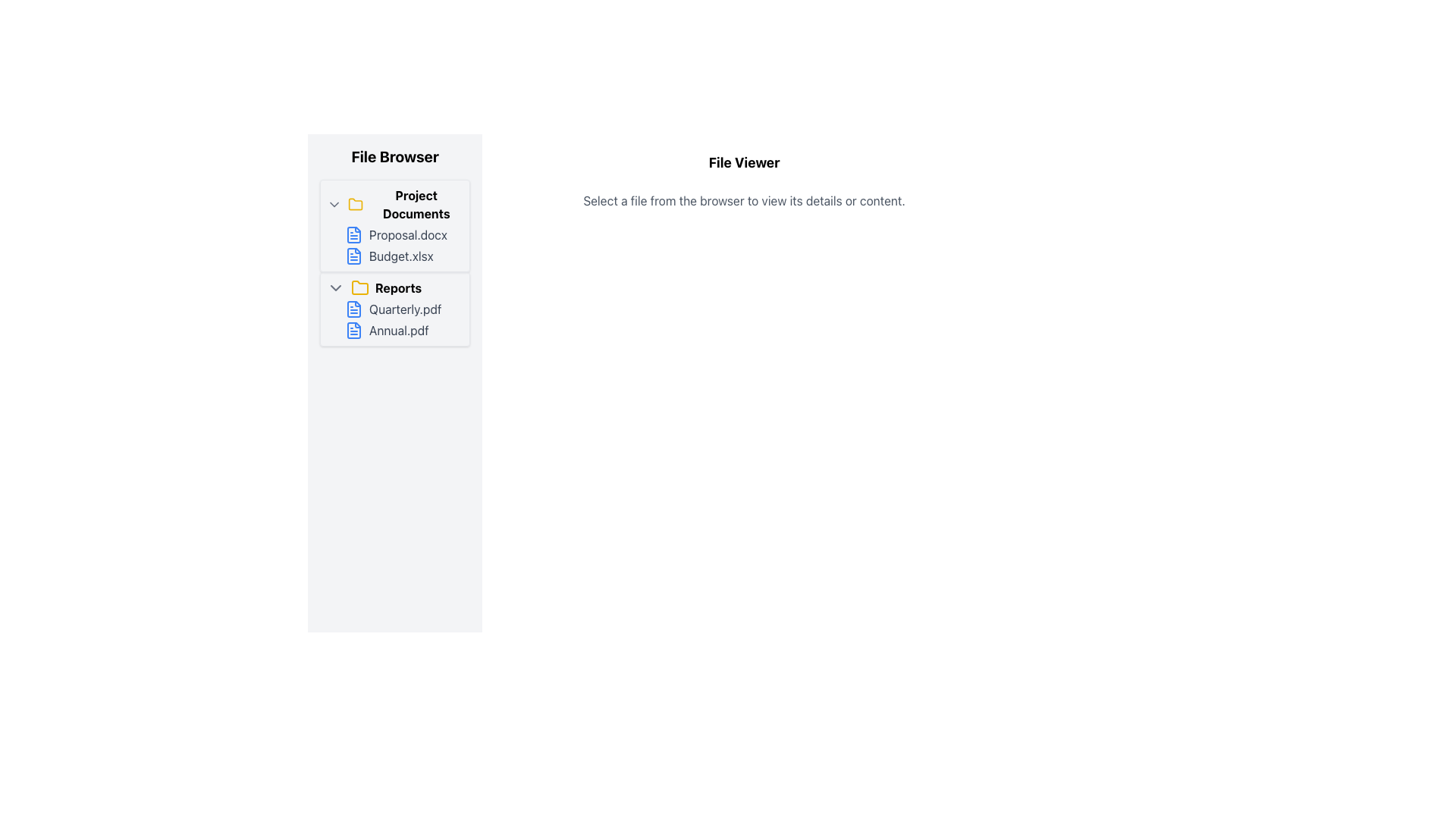 Image resolution: width=1456 pixels, height=819 pixels. Describe the element at coordinates (744, 200) in the screenshot. I see `the static text paragraph that reads 'Select a file from the browser` at that location.